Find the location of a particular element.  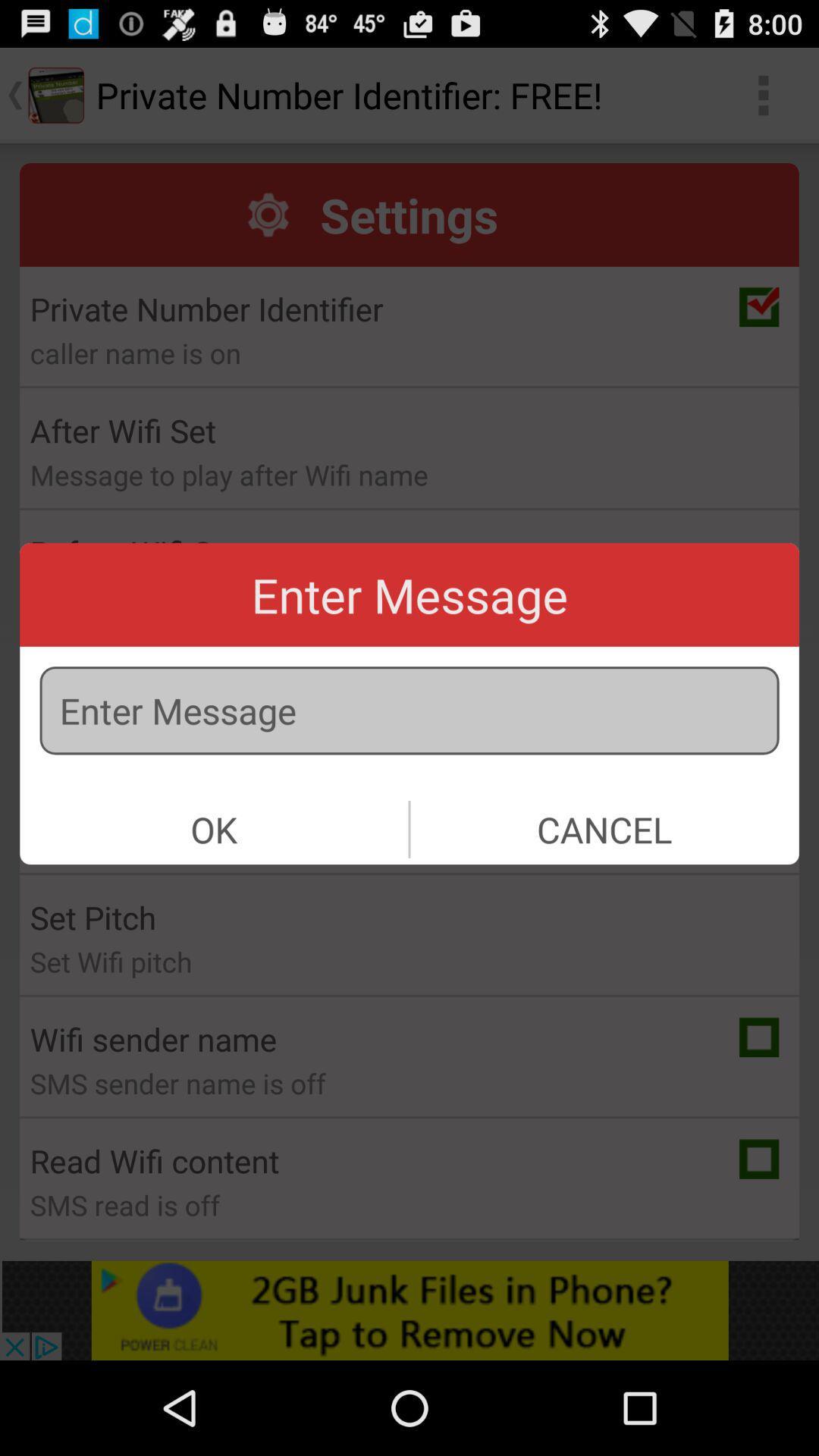

ok item is located at coordinates (214, 828).